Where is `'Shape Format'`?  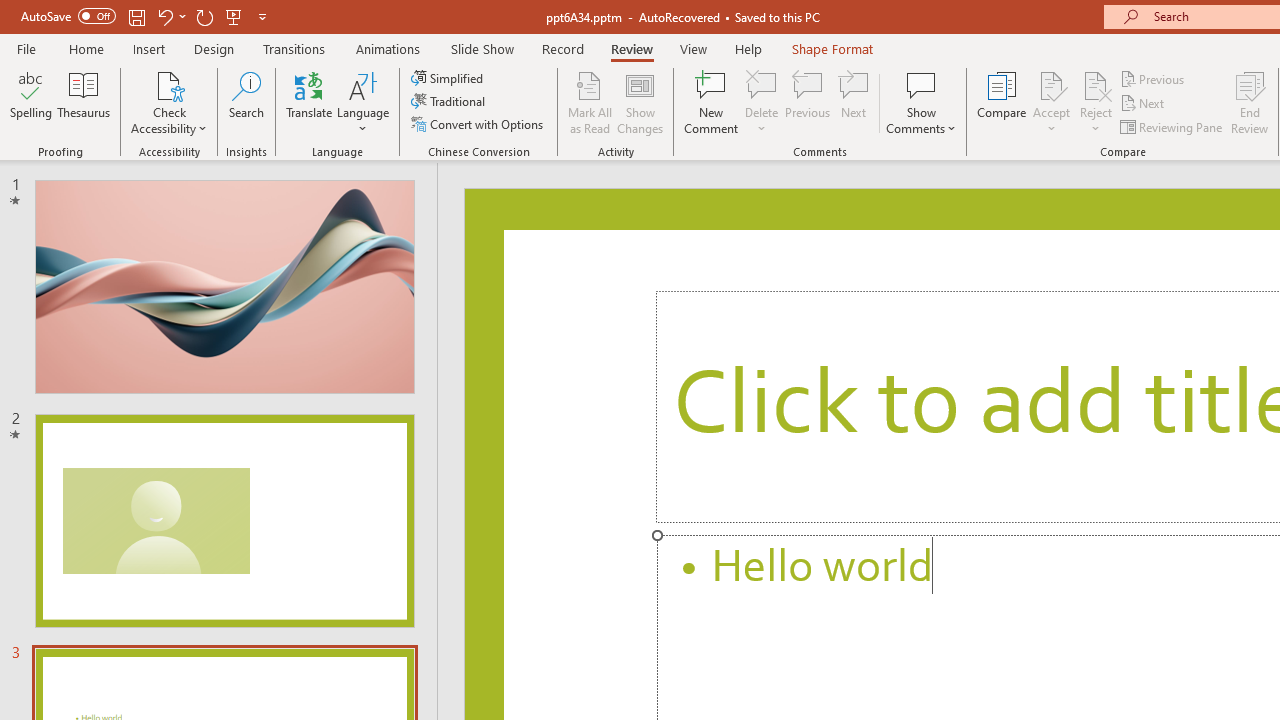 'Shape Format' is located at coordinates (832, 48).